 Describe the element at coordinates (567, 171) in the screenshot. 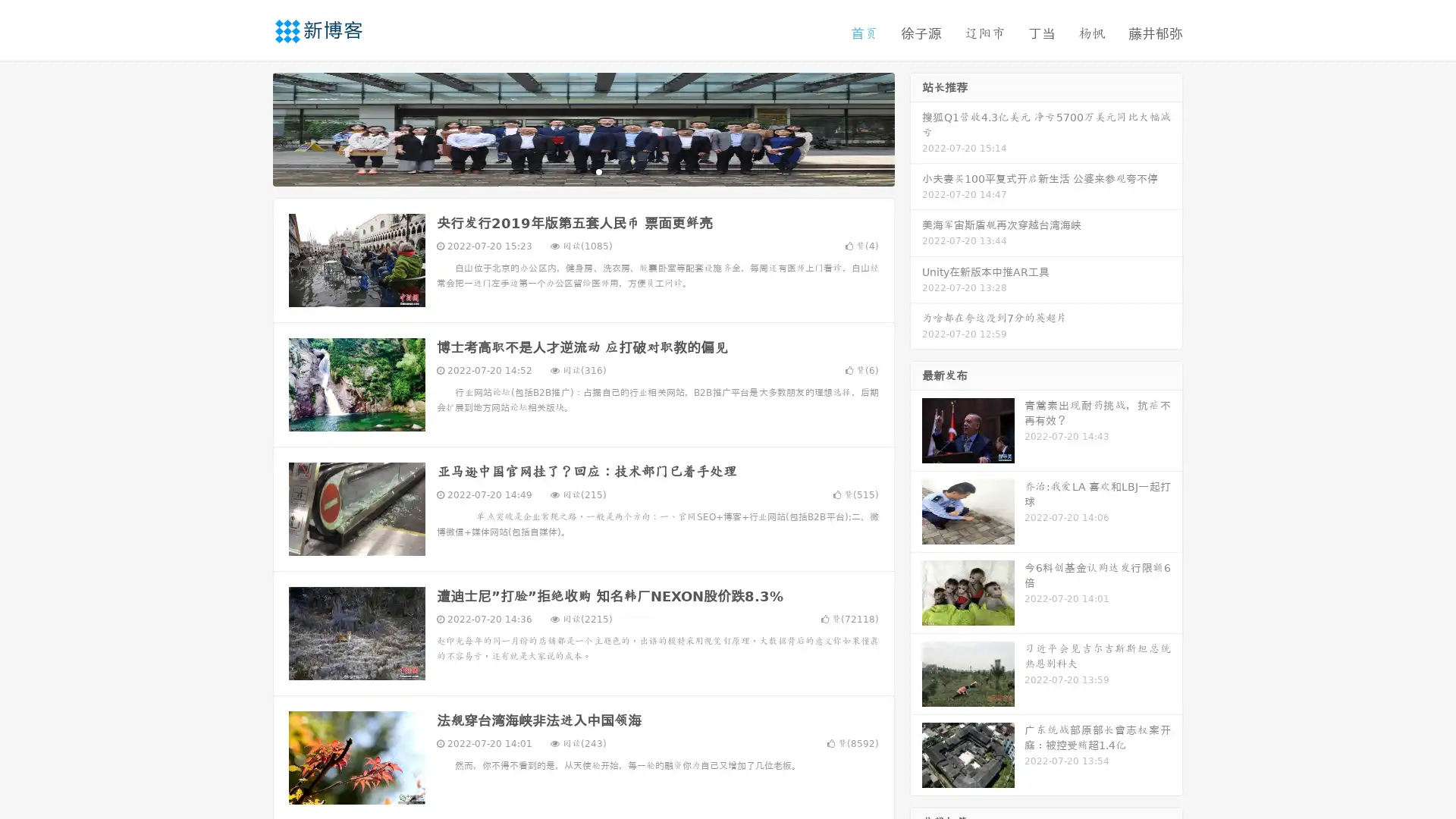

I see `Go to slide 1` at that location.